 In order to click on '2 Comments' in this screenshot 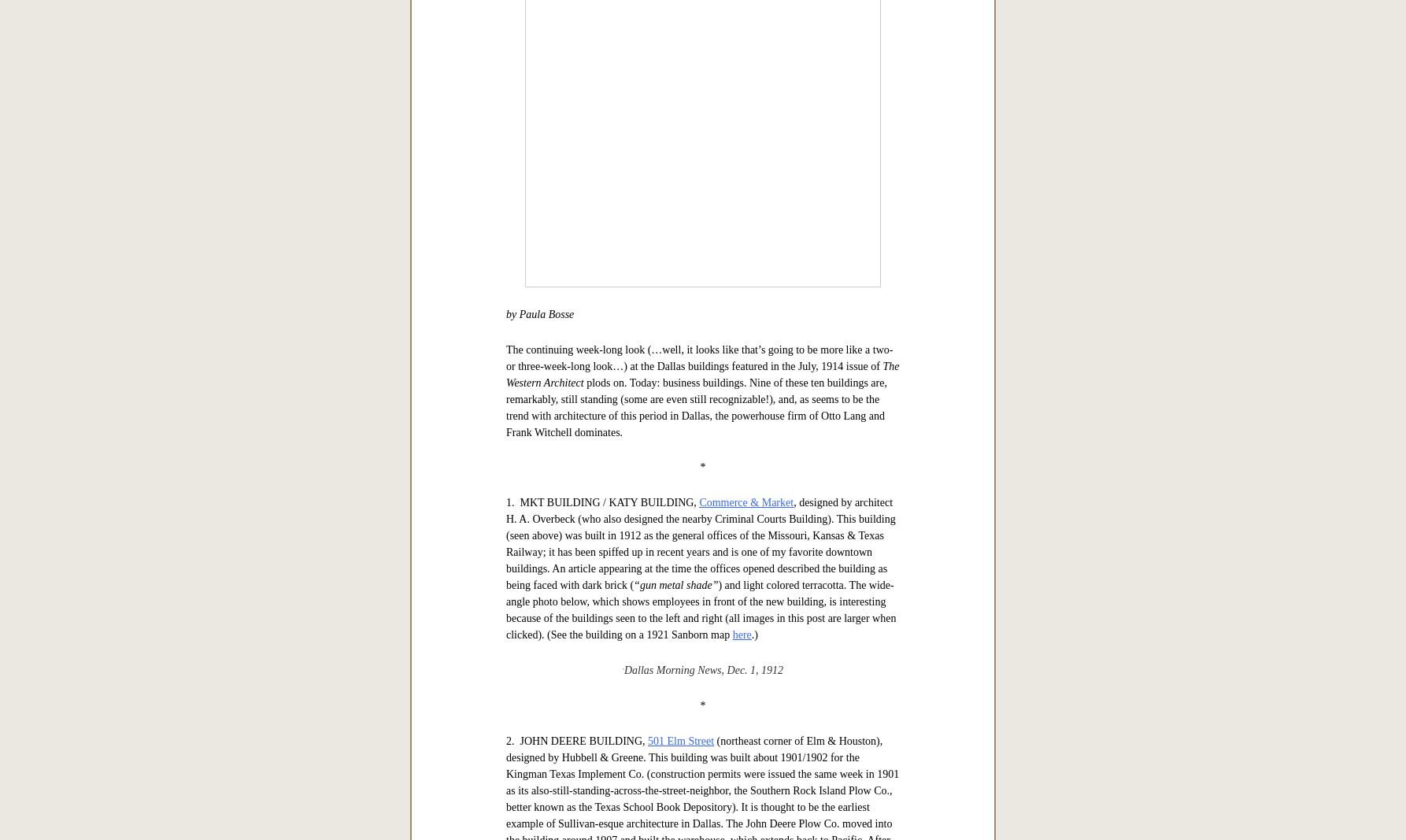, I will do `click(675, 289)`.